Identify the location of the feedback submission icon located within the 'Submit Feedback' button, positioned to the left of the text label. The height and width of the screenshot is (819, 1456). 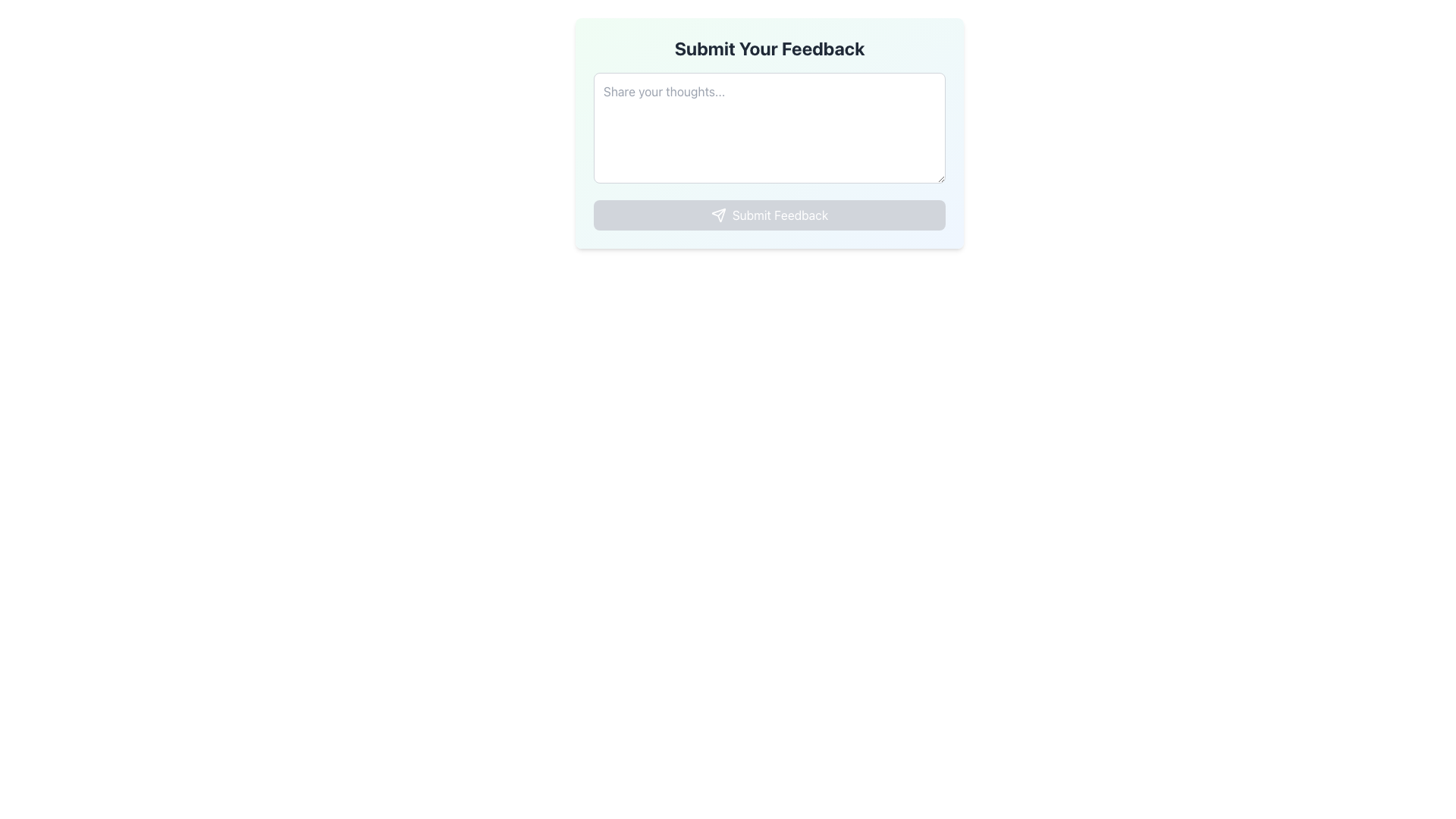
(717, 215).